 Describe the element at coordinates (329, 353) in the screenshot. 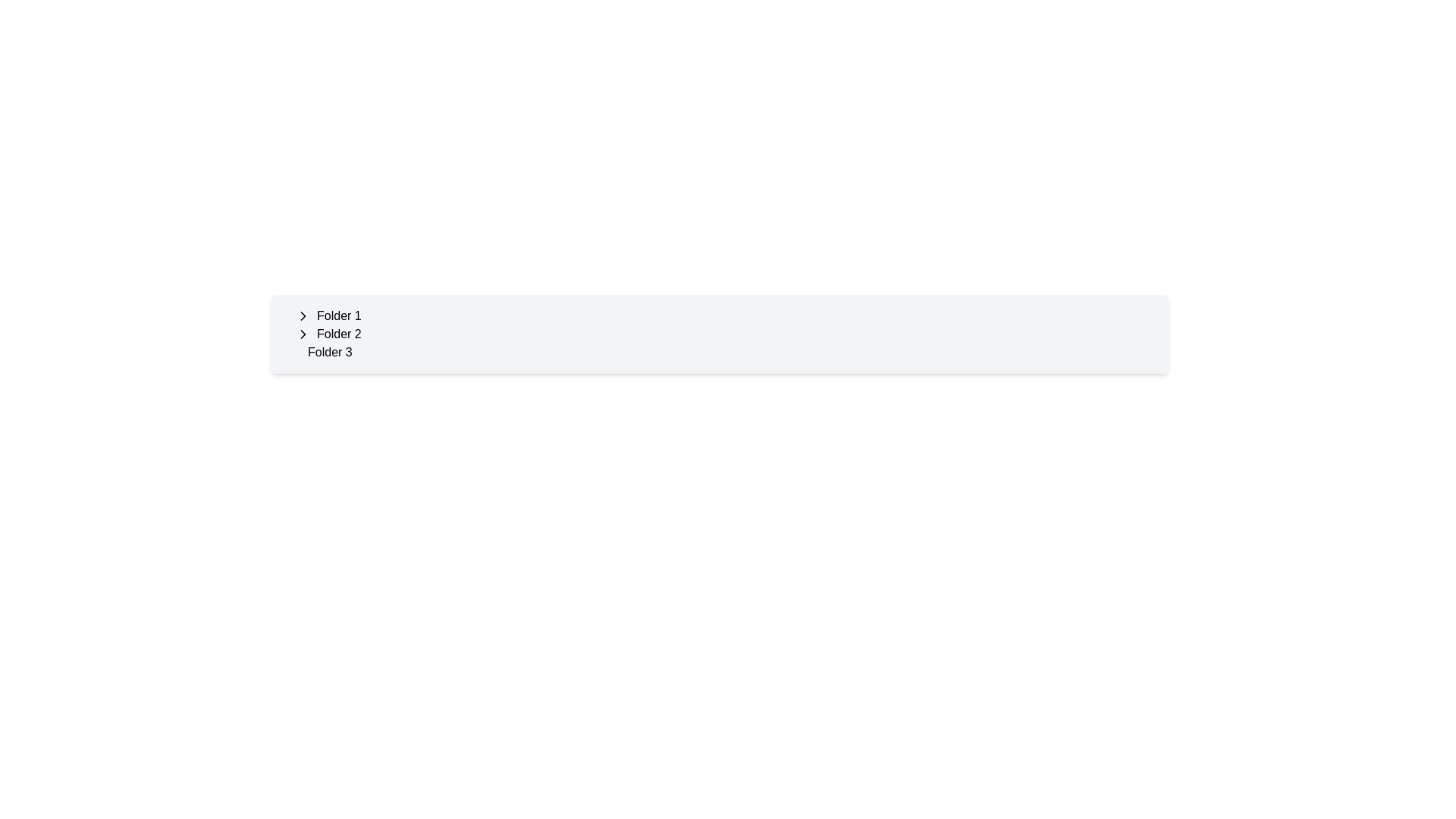

I see `on the third item in the vertical list representing a folder name, located beneath 'Folder 1' and 'Folder 2'` at that location.